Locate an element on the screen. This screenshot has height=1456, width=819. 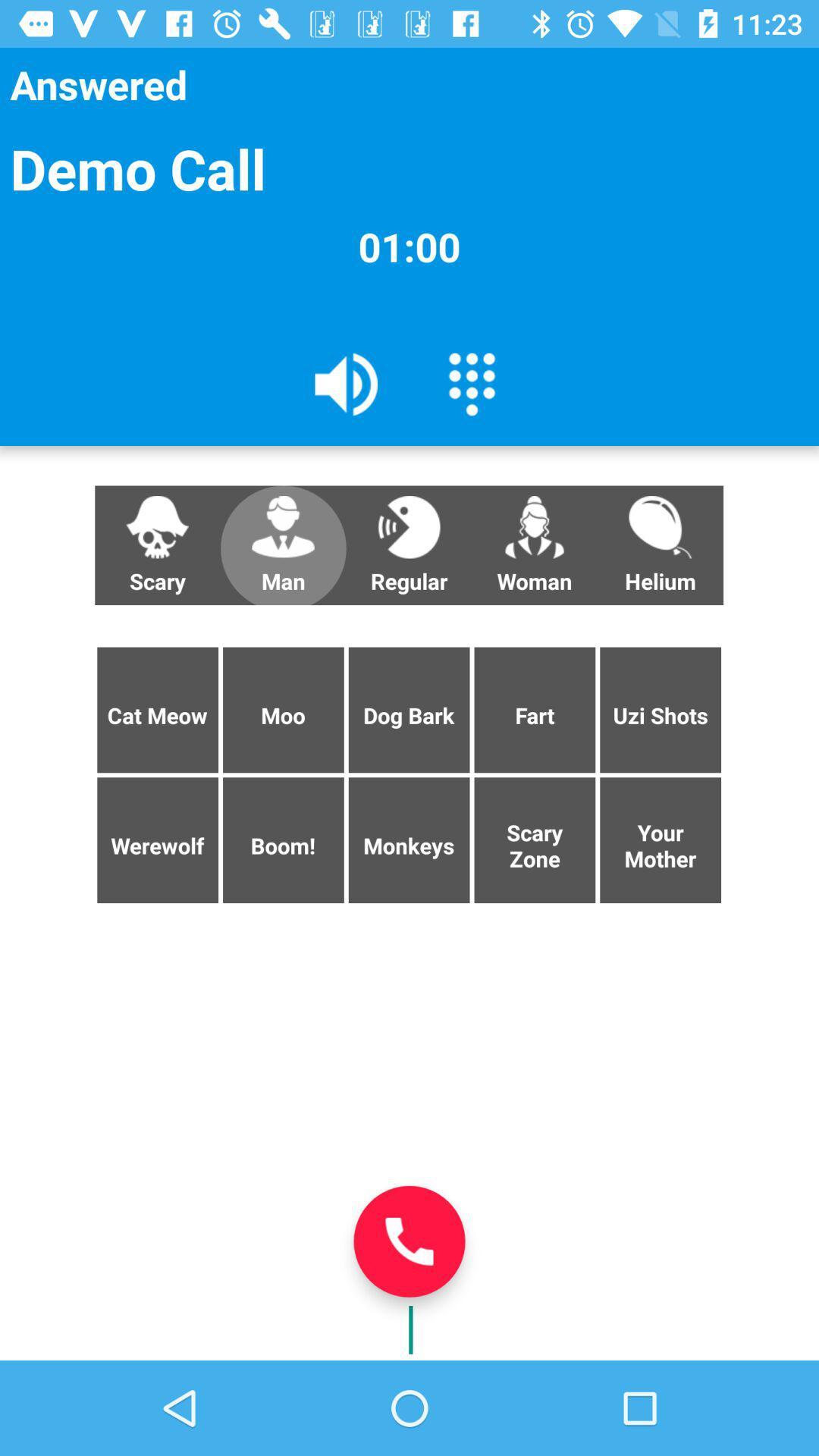
icon above the dog bark item is located at coordinates (534, 545).